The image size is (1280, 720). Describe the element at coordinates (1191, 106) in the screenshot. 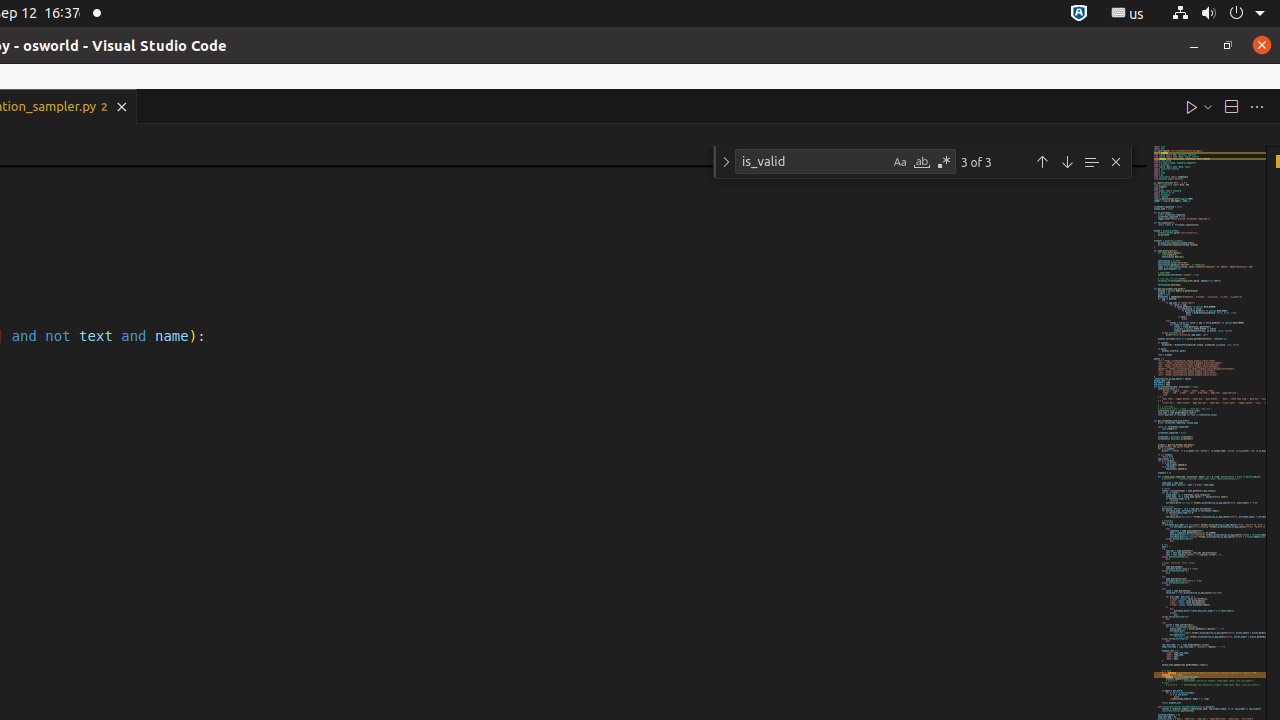

I see `'Run Python File'` at that location.